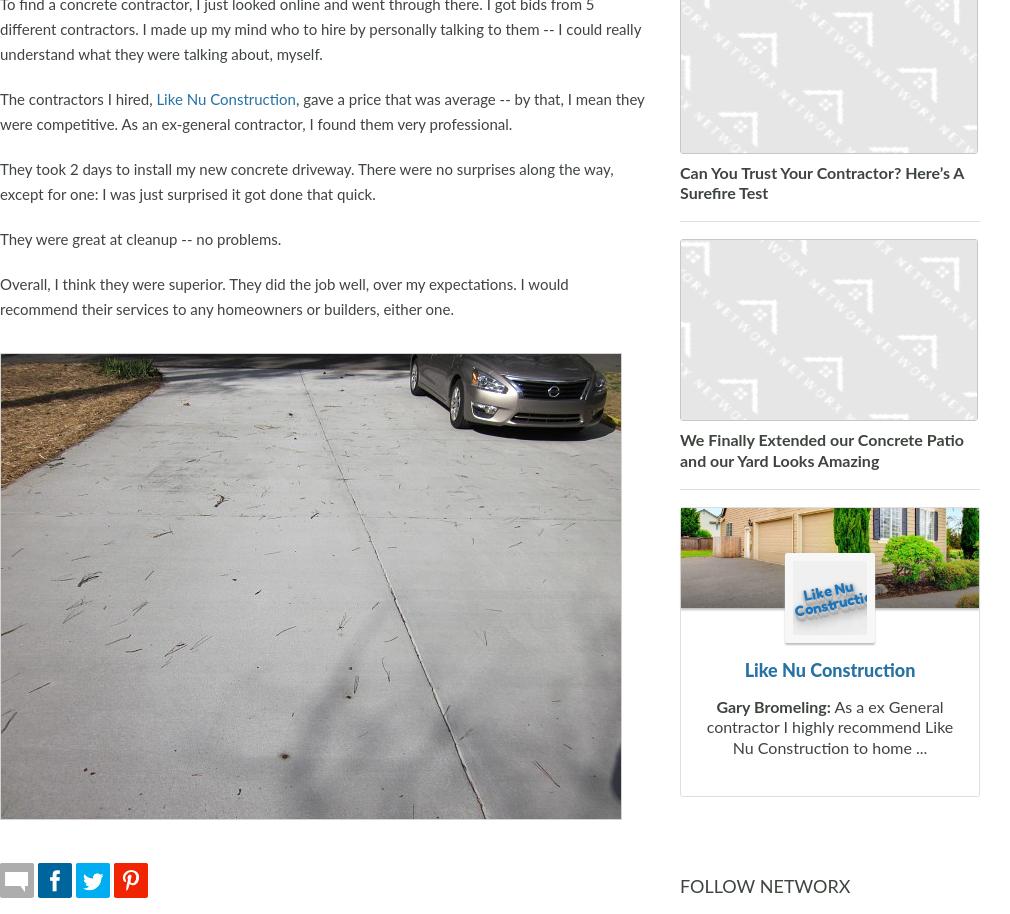  Describe the element at coordinates (772, 705) in the screenshot. I see `'Gary Bromeling:'` at that location.